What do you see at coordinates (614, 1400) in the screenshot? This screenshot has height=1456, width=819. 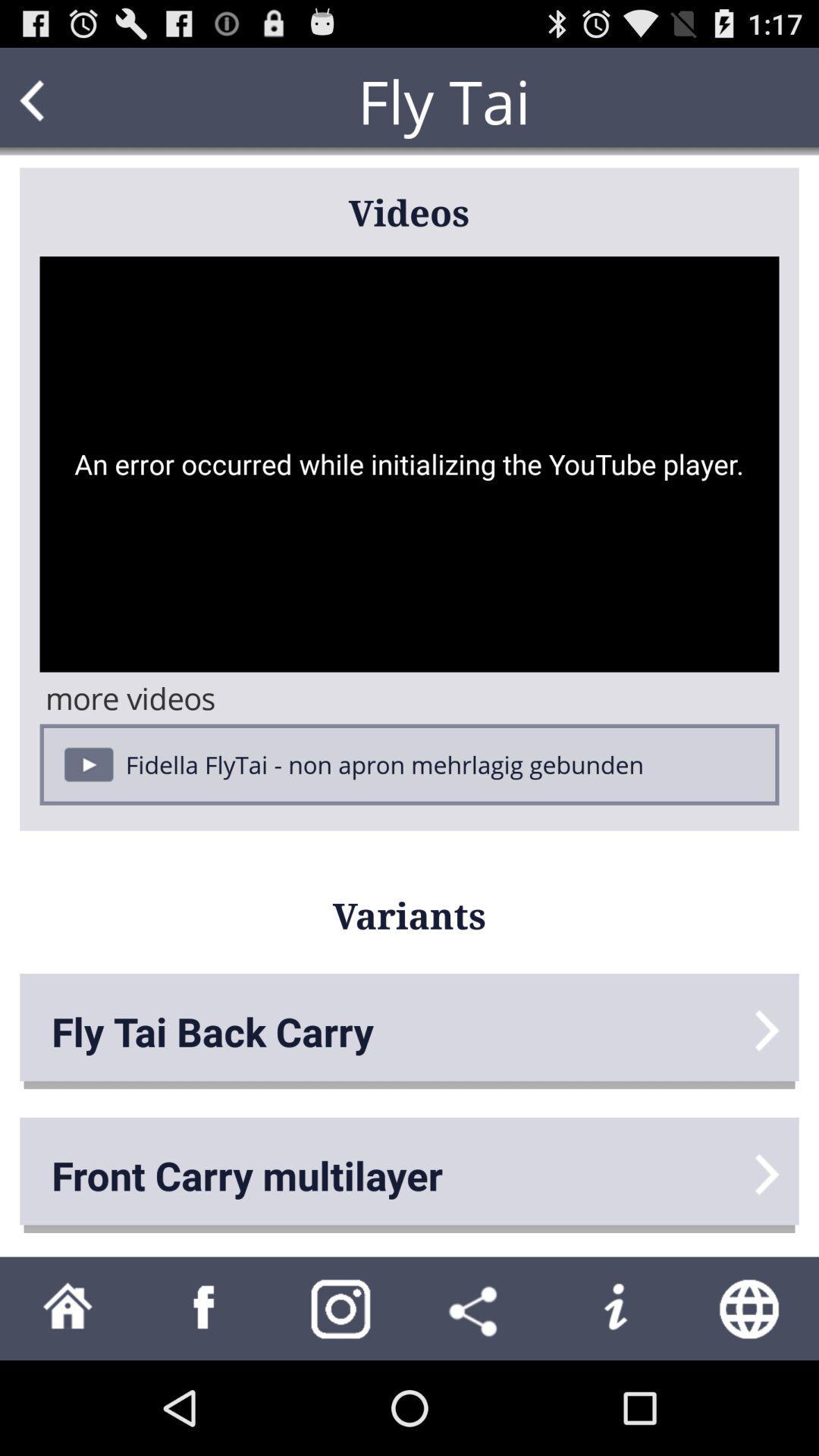 I see `the info icon` at bounding box center [614, 1400].